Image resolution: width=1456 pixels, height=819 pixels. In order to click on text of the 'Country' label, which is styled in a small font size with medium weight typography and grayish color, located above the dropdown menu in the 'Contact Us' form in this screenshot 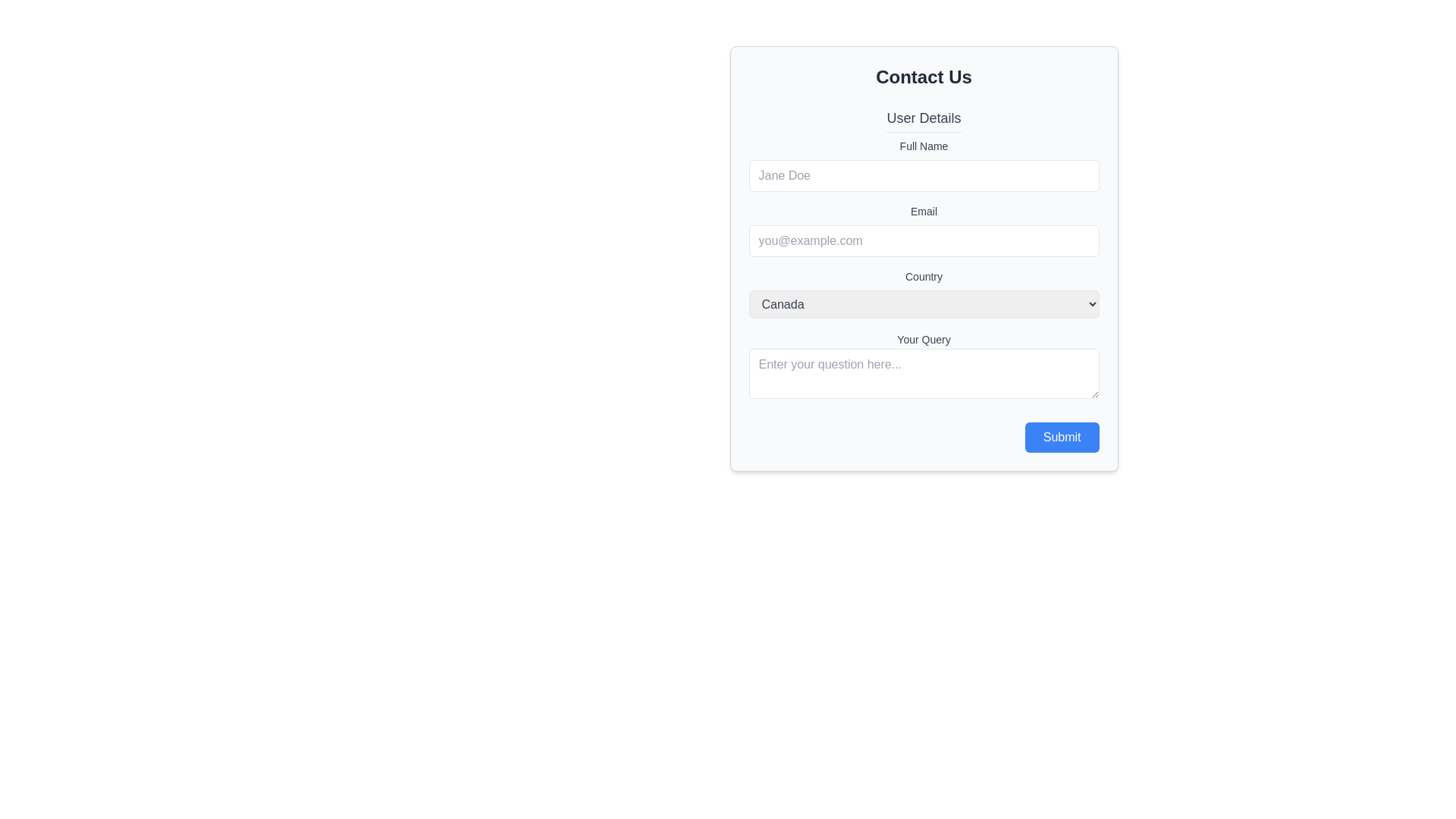, I will do `click(923, 277)`.